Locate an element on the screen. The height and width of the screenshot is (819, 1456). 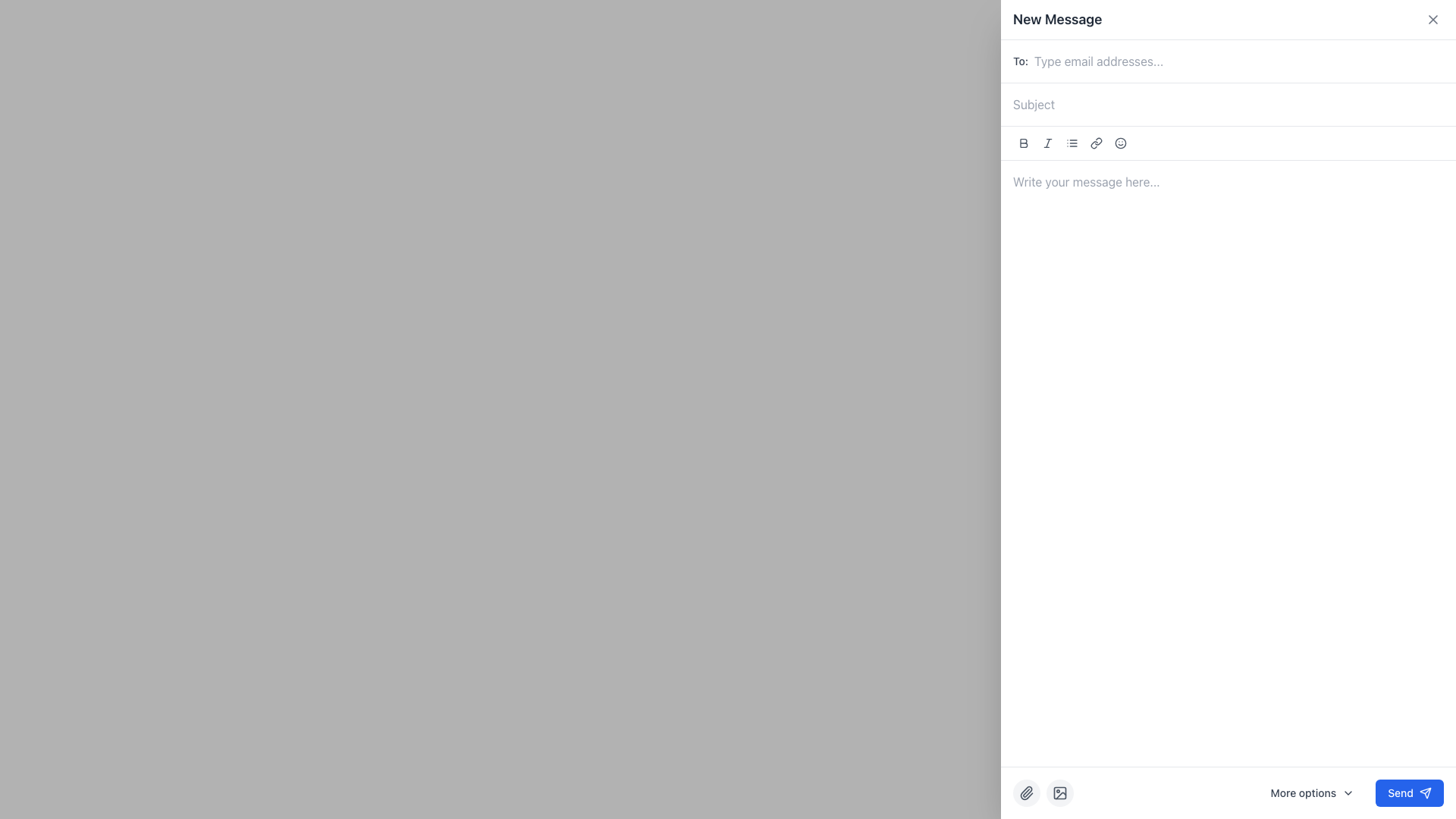
the chain link icon in the toolbar of the compose email interface to initiate the hyperlink adding process is located at coordinates (1096, 143).